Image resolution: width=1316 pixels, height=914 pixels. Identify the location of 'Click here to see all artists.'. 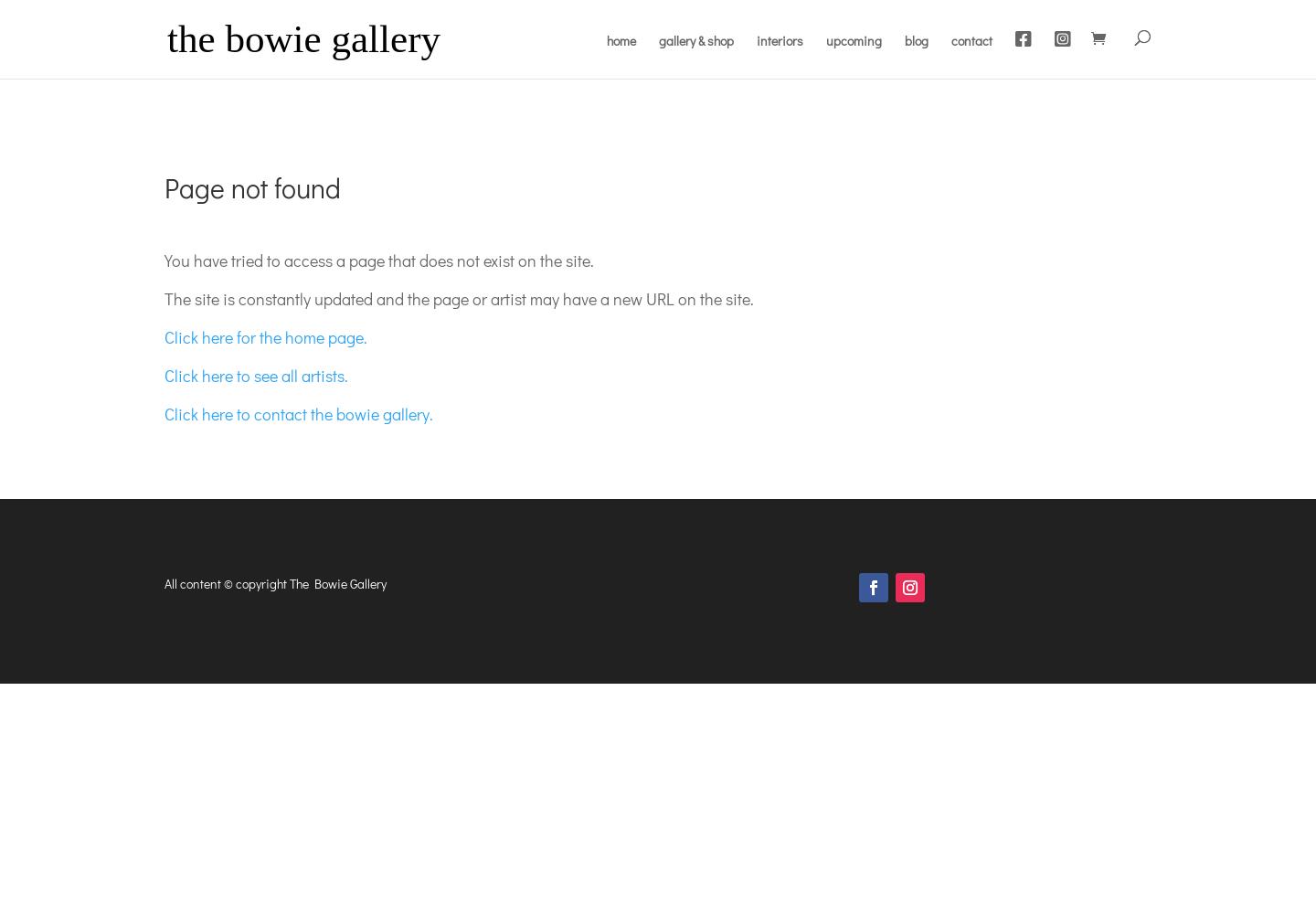
(164, 375).